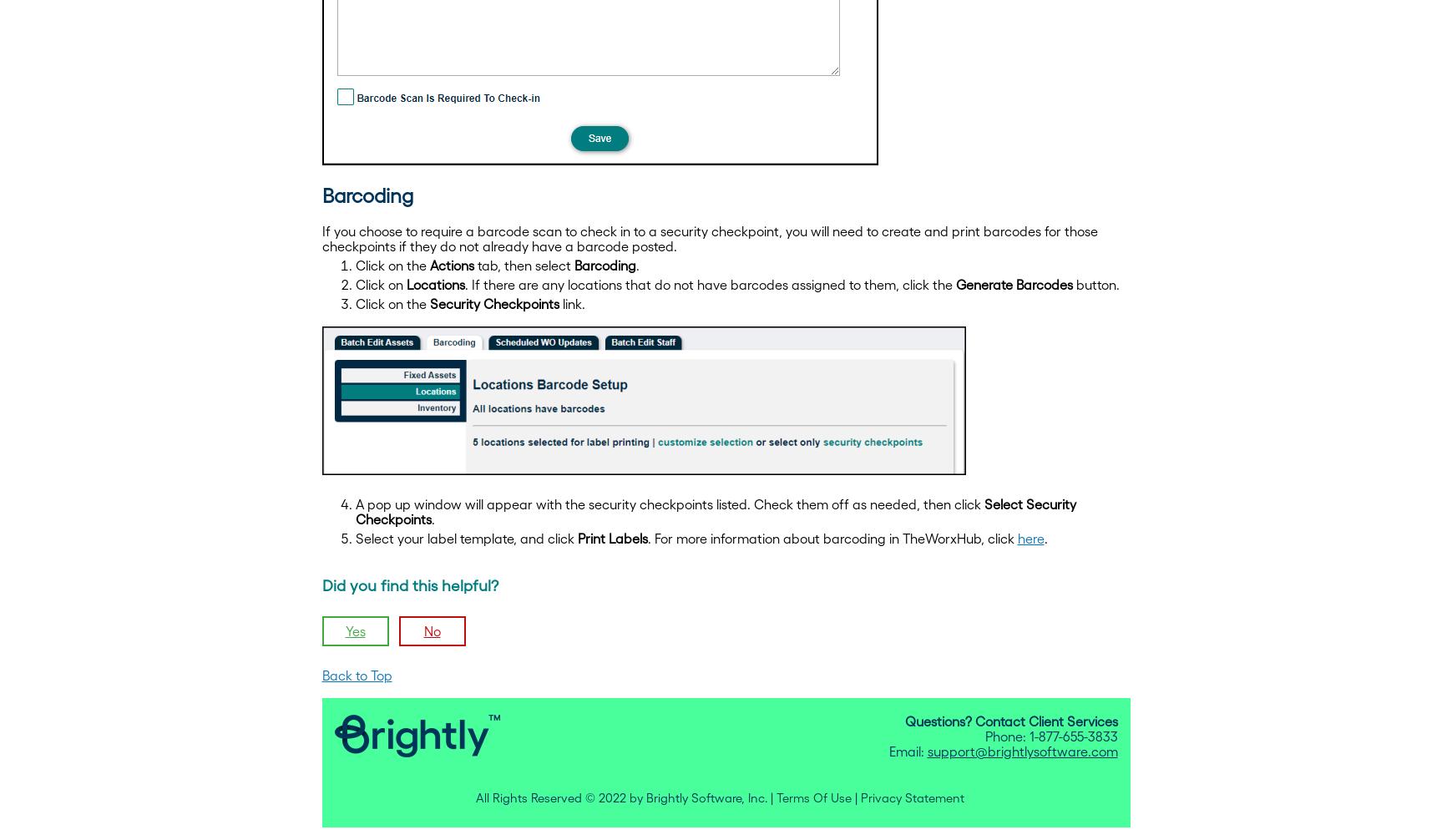 Image resolution: width=1452 pixels, height=840 pixels. What do you see at coordinates (345, 630) in the screenshot?
I see `'Yes'` at bounding box center [345, 630].